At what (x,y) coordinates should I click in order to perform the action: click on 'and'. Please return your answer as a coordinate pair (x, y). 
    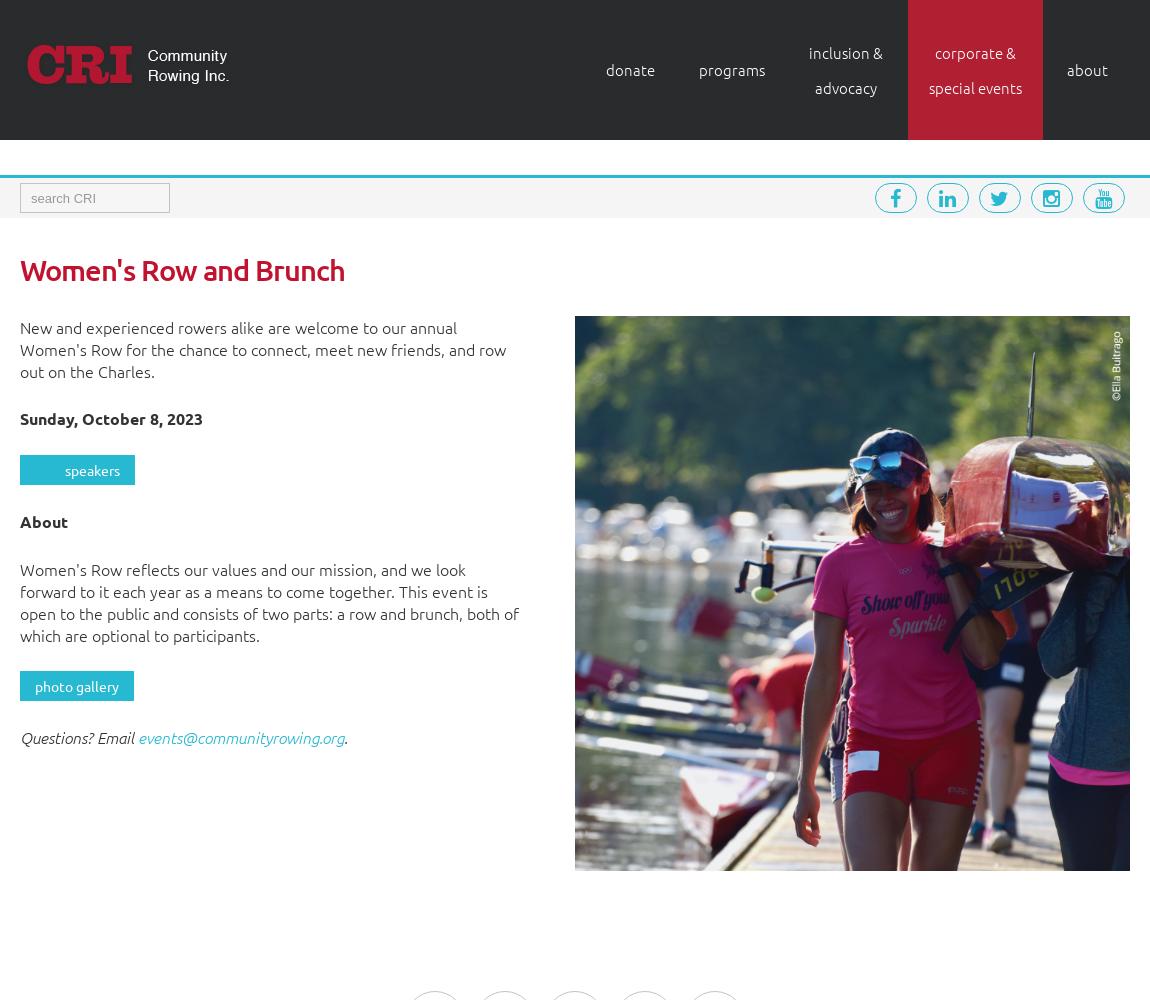
    Looking at the image, I should click on (224, 269).